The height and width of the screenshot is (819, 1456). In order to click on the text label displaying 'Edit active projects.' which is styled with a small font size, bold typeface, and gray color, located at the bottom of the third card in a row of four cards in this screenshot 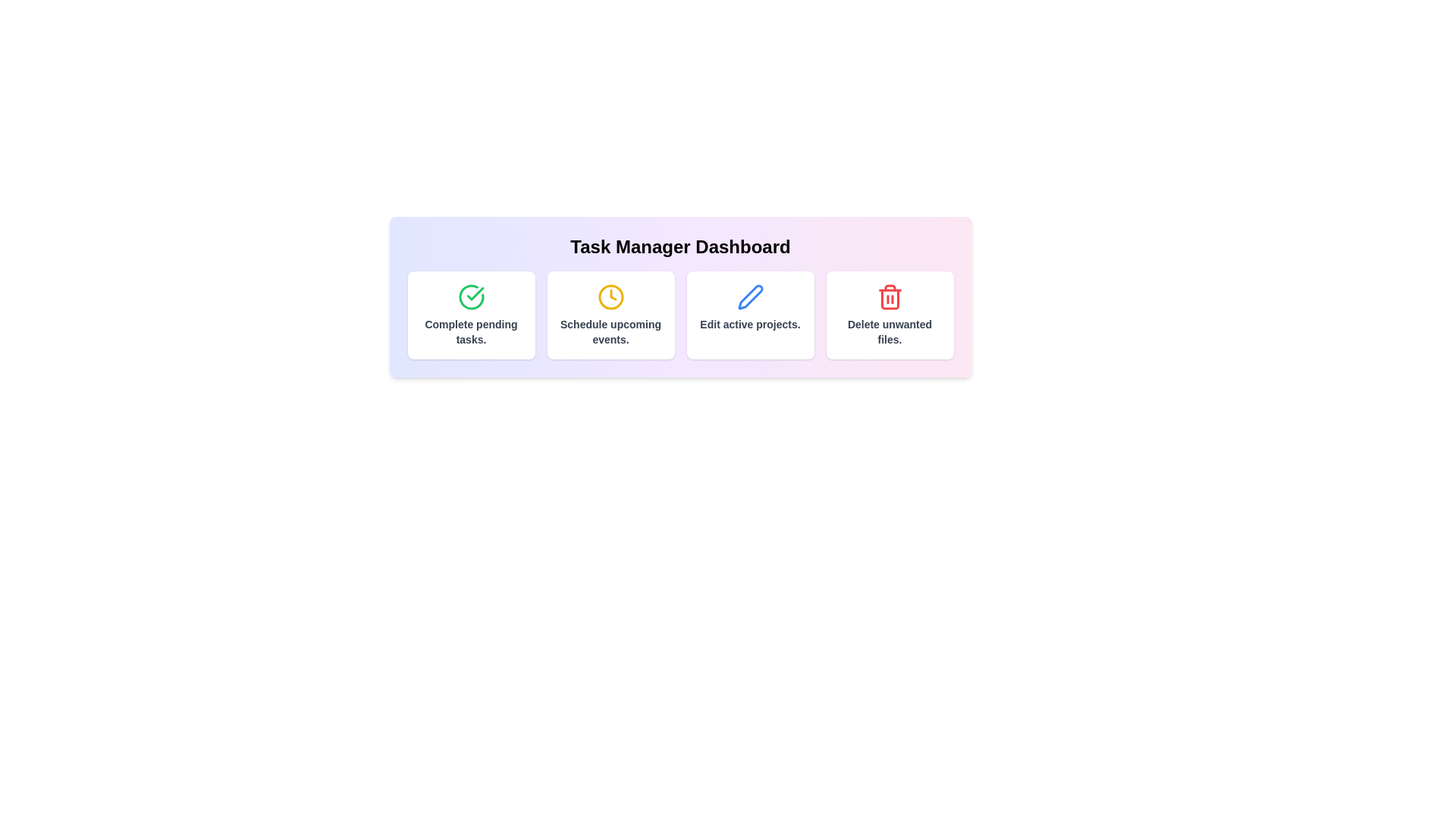, I will do `click(750, 324)`.